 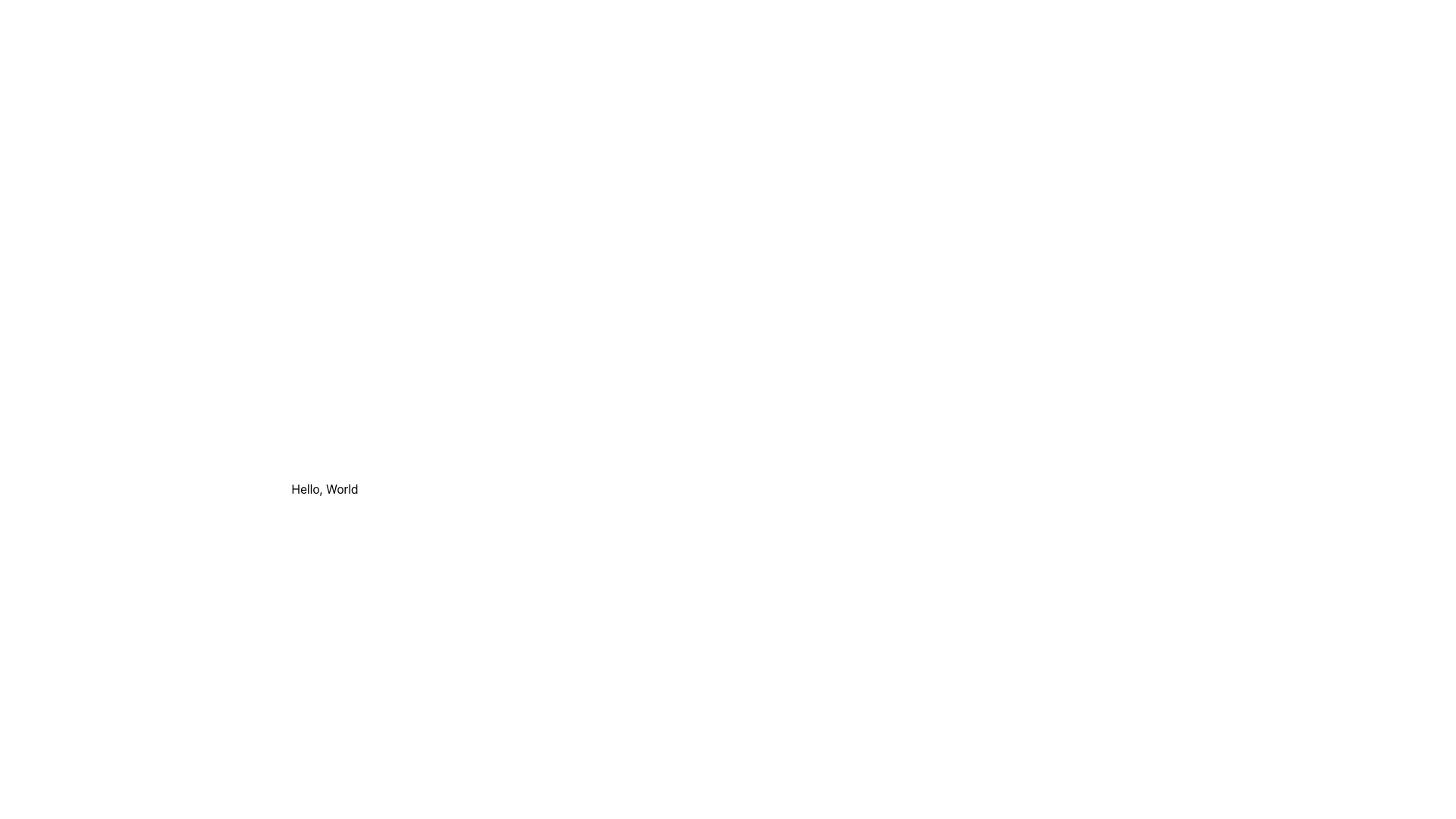 What do you see at coordinates (324, 488) in the screenshot?
I see `the text element displaying 'Hello, World' which is a static label presented on a white background` at bounding box center [324, 488].